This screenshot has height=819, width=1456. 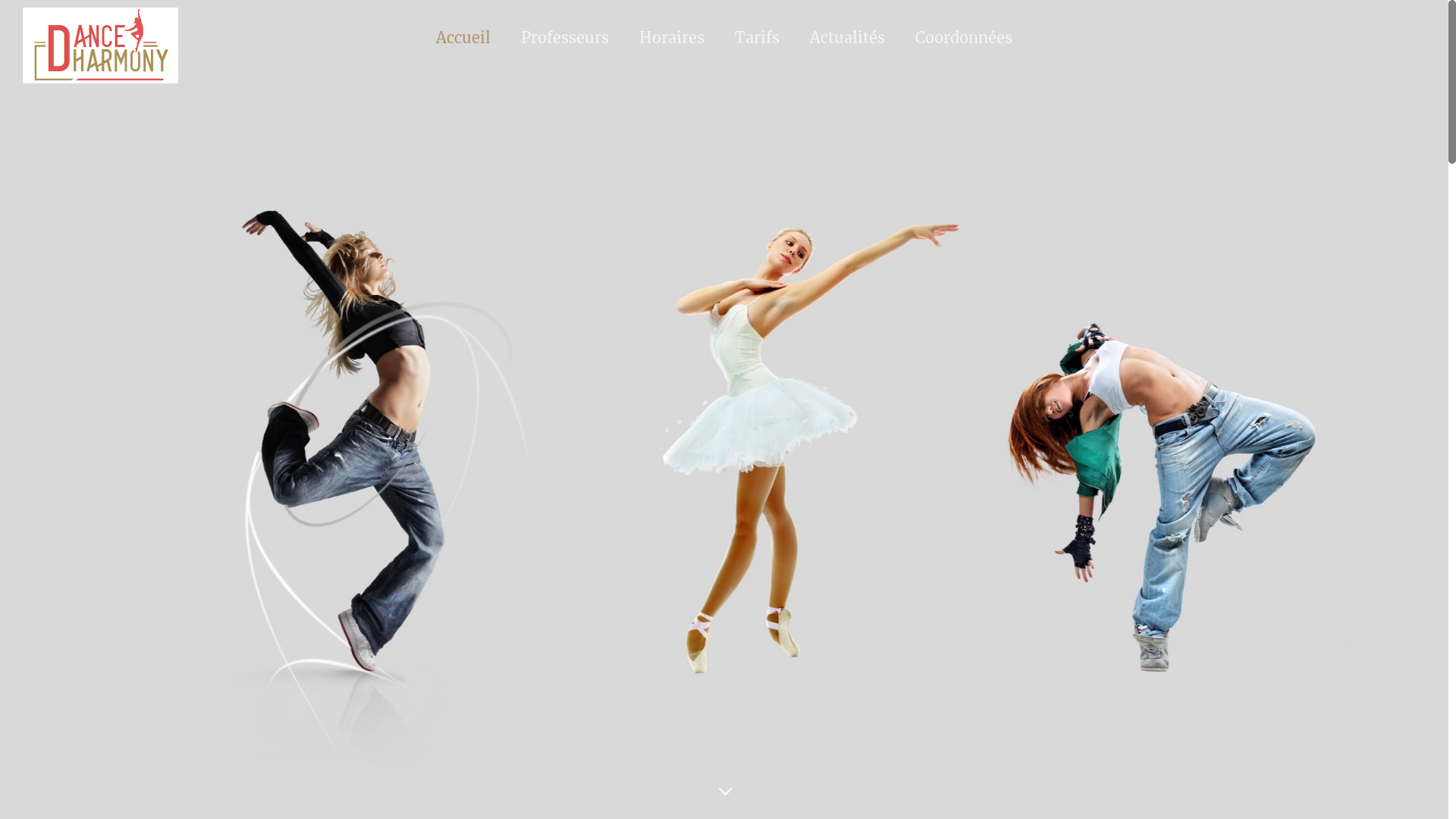 I want to click on 'Accueil', so click(x=462, y=36).